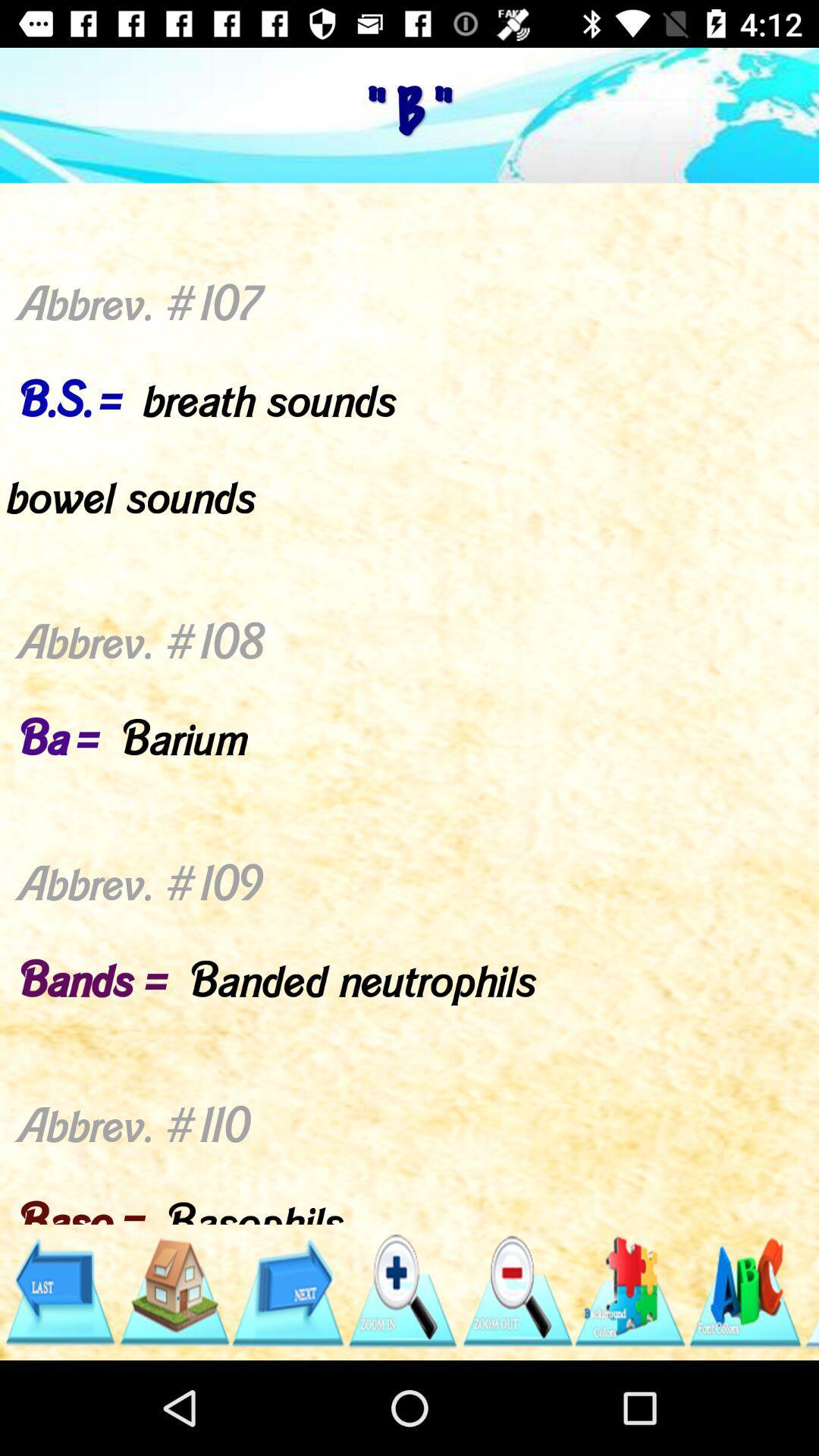  Describe the element at coordinates (631, 1291) in the screenshot. I see `games option` at that location.